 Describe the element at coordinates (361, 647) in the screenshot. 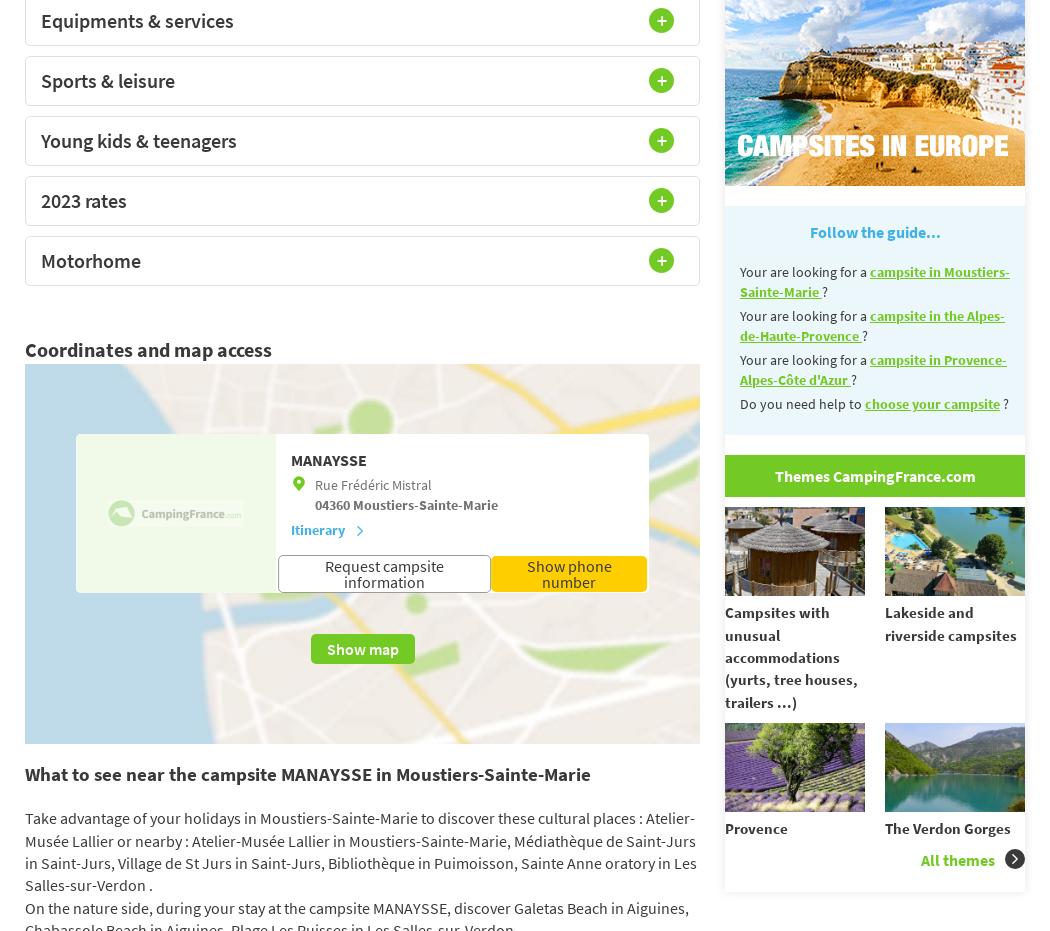

I see `'Show map'` at that location.